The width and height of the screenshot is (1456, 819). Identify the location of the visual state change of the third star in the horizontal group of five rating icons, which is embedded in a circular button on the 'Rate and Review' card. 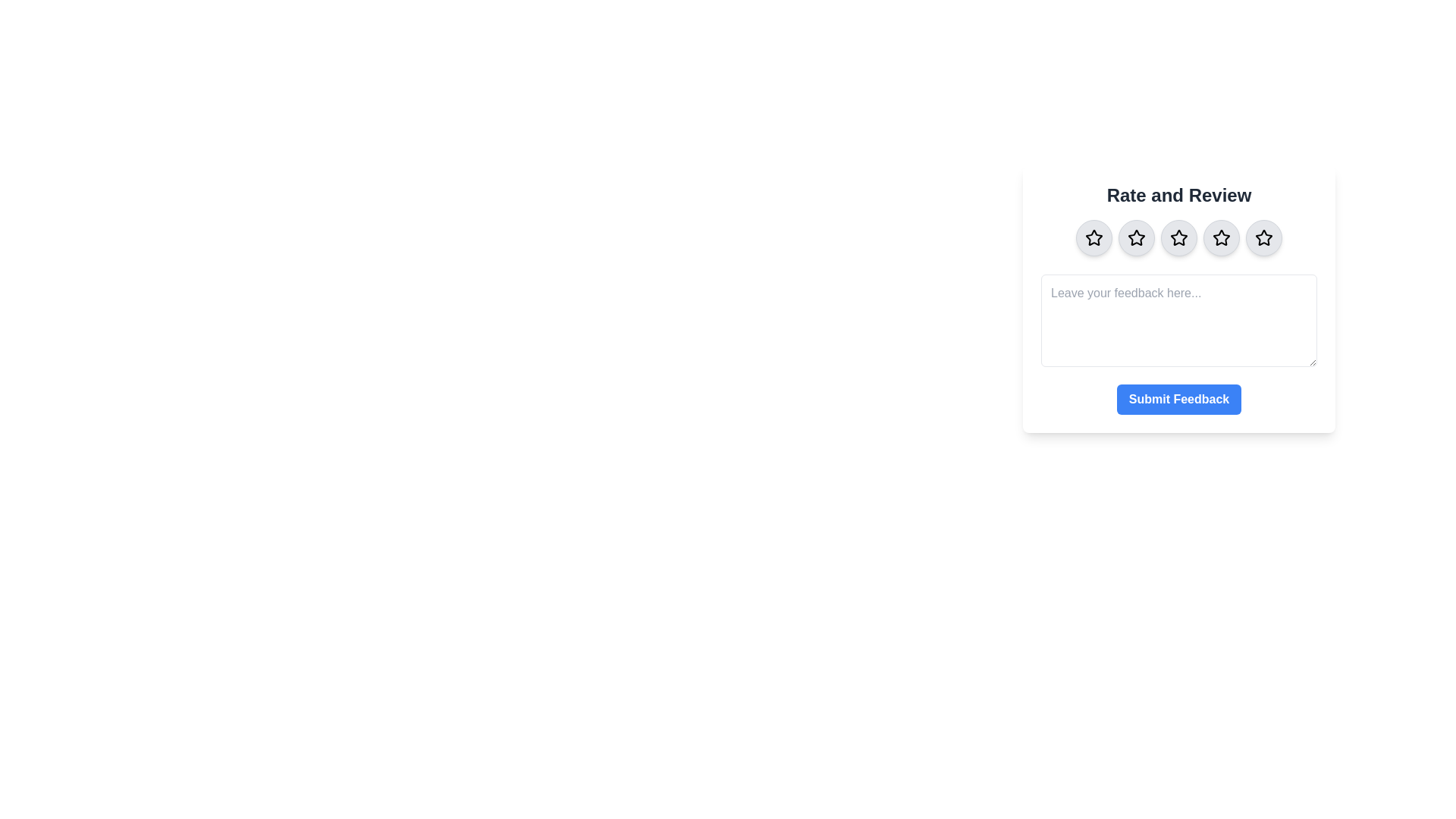
(1178, 237).